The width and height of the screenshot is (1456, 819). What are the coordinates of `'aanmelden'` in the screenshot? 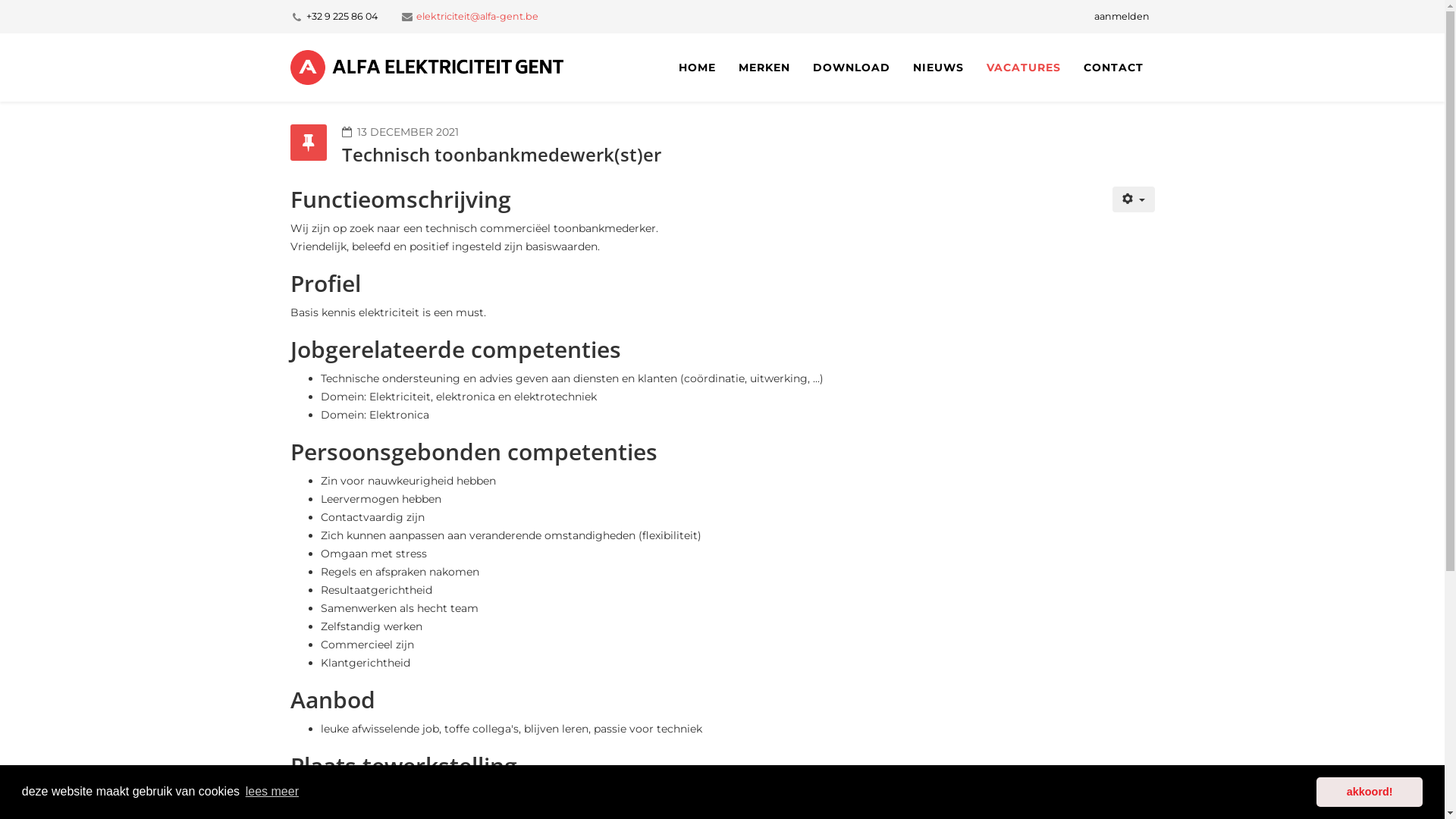 It's located at (1121, 17).